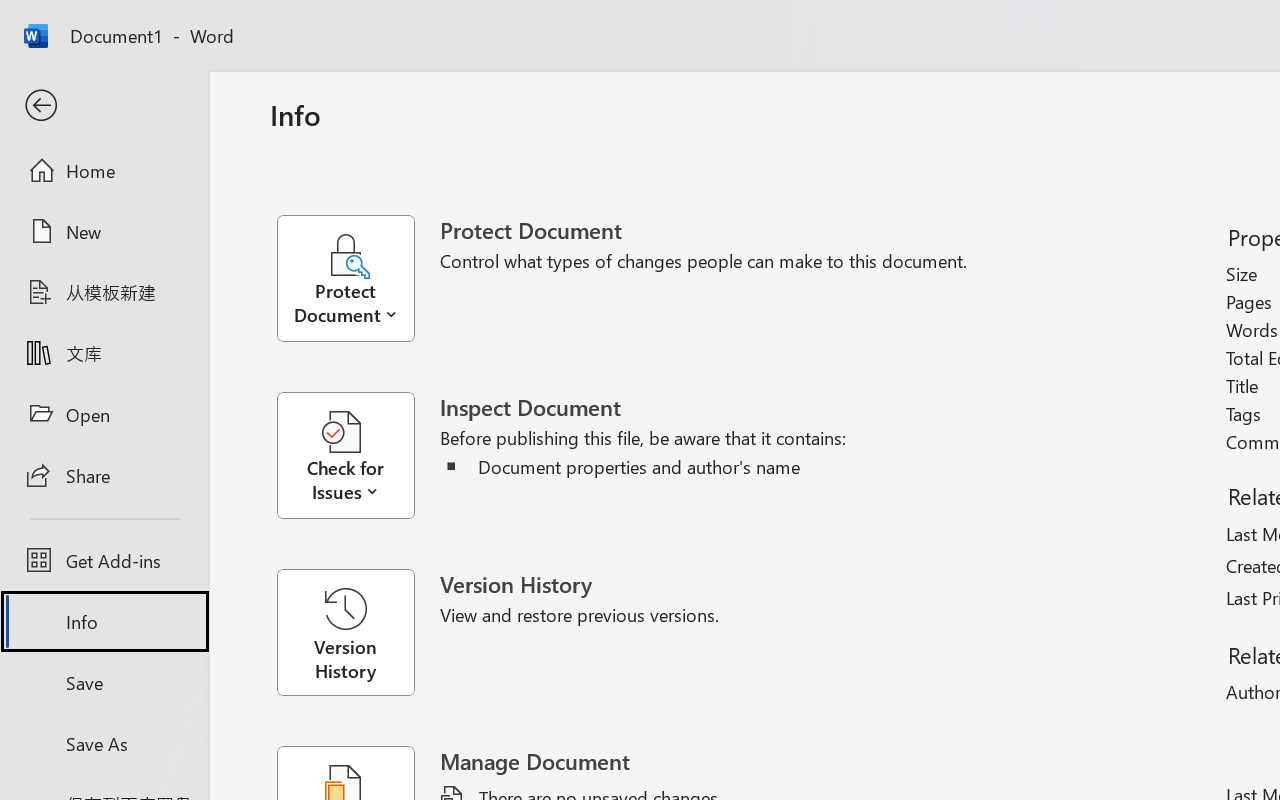  What do you see at coordinates (103, 560) in the screenshot?
I see `'Get Add-ins'` at bounding box center [103, 560].